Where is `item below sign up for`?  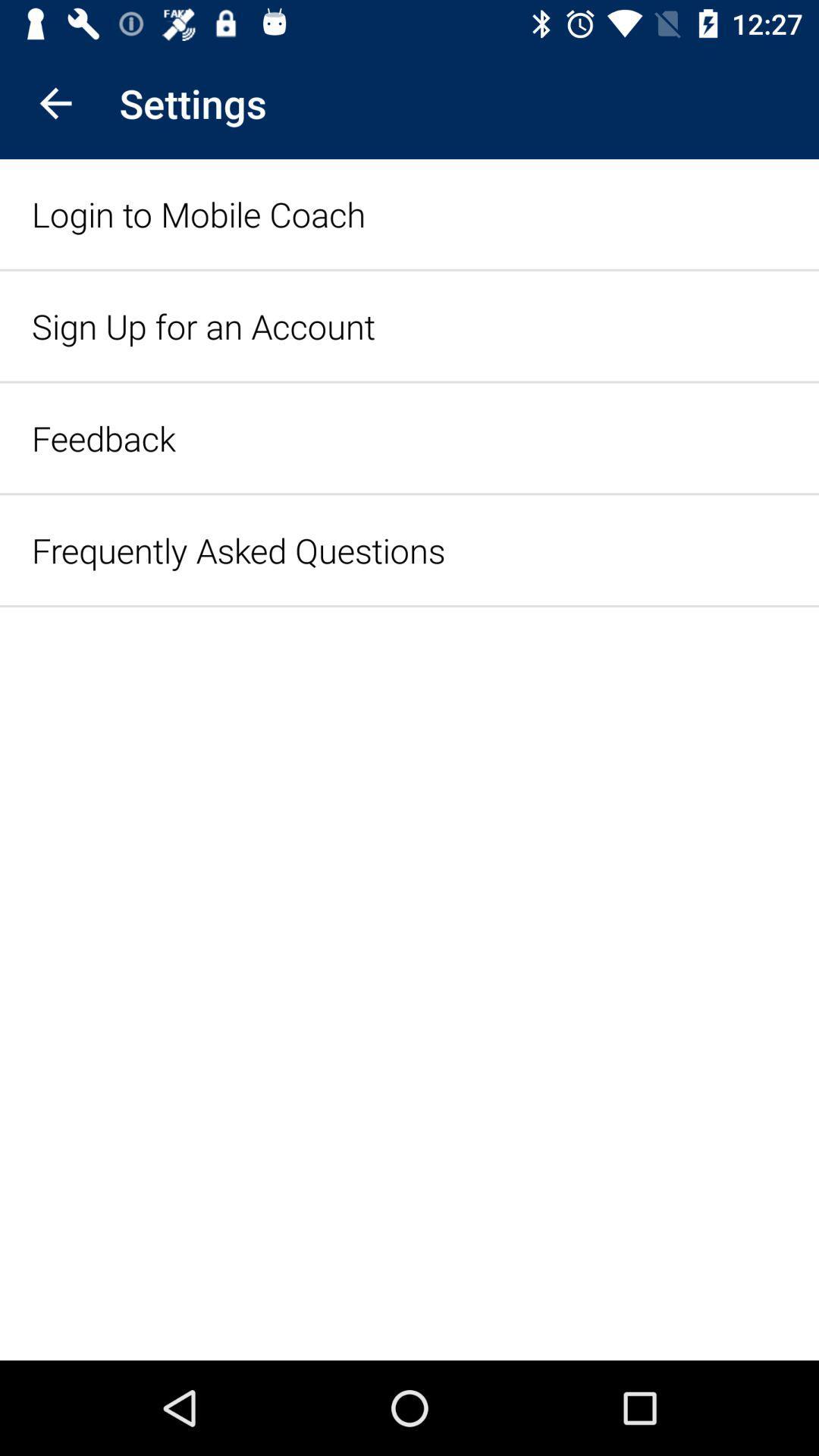
item below sign up for is located at coordinates (102, 437).